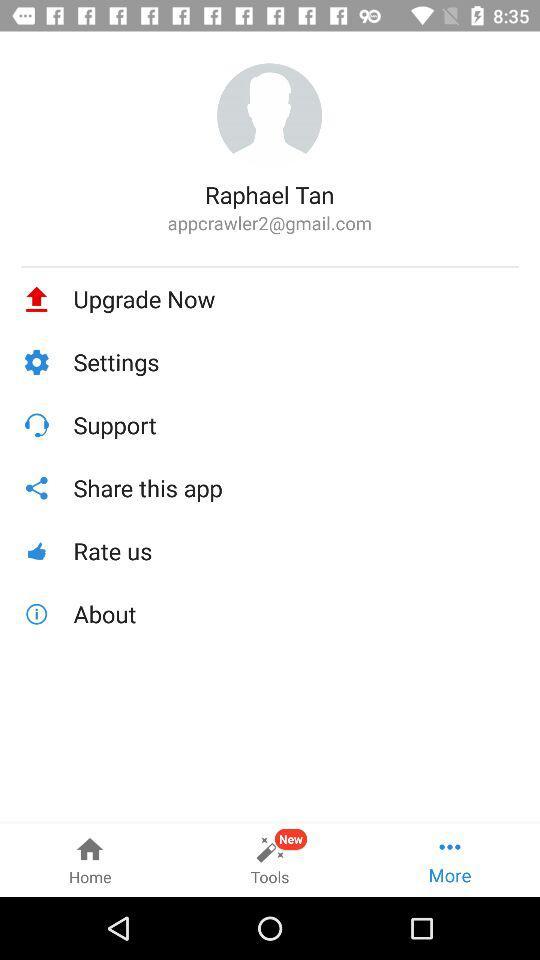  Describe the element at coordinates (270, 265) in the screenshot. I see `item below the appcrawler2@gmail.com icon` at that location.